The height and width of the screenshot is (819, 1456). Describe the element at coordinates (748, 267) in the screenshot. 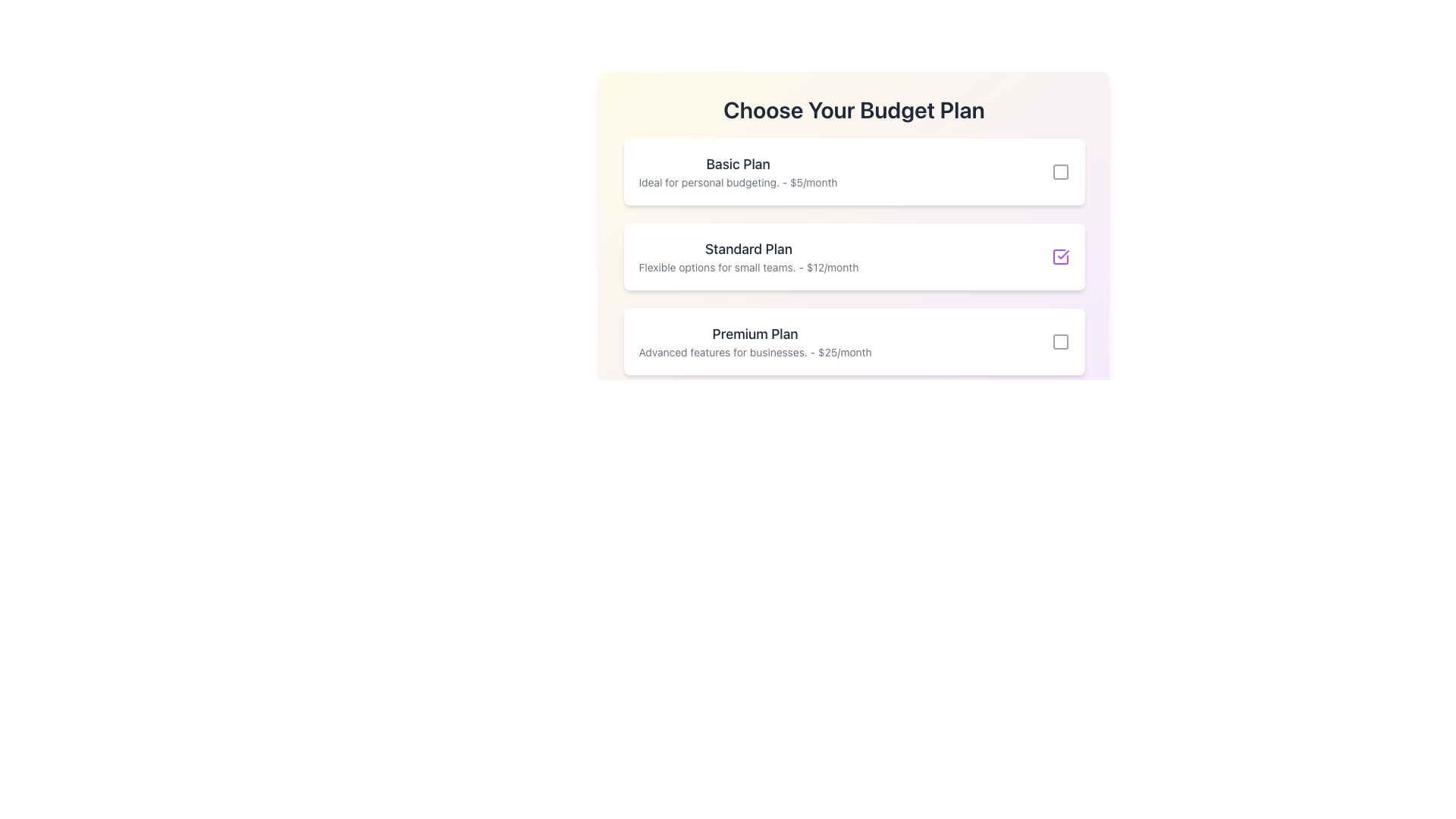

I see `descriptive text providing details about the 'Standard Plan', which states 'Flexible options for small teams. - $12/month'` at that location.